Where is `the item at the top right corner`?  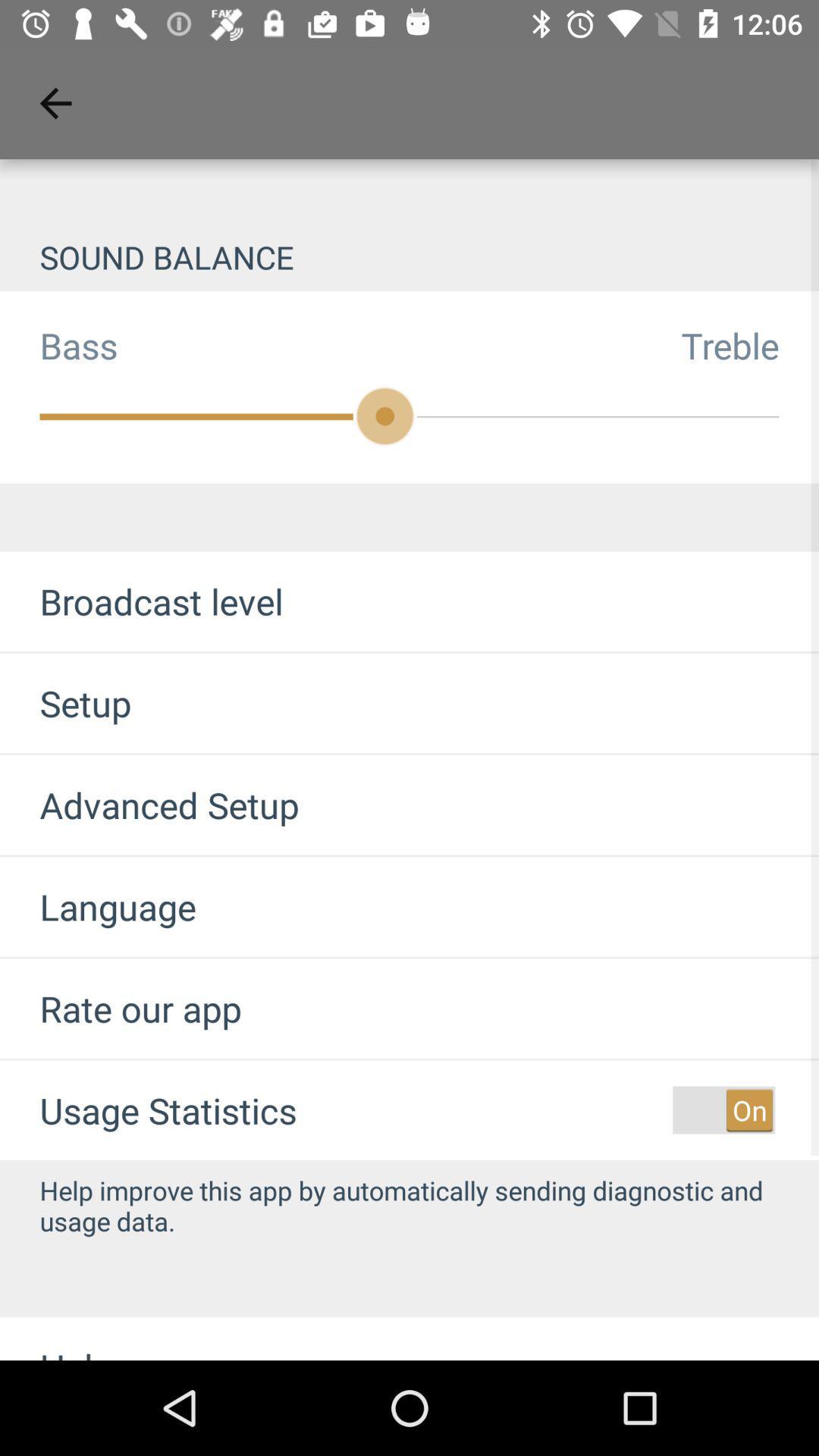 the item at the top right corner is located at coordinates (749, 344).